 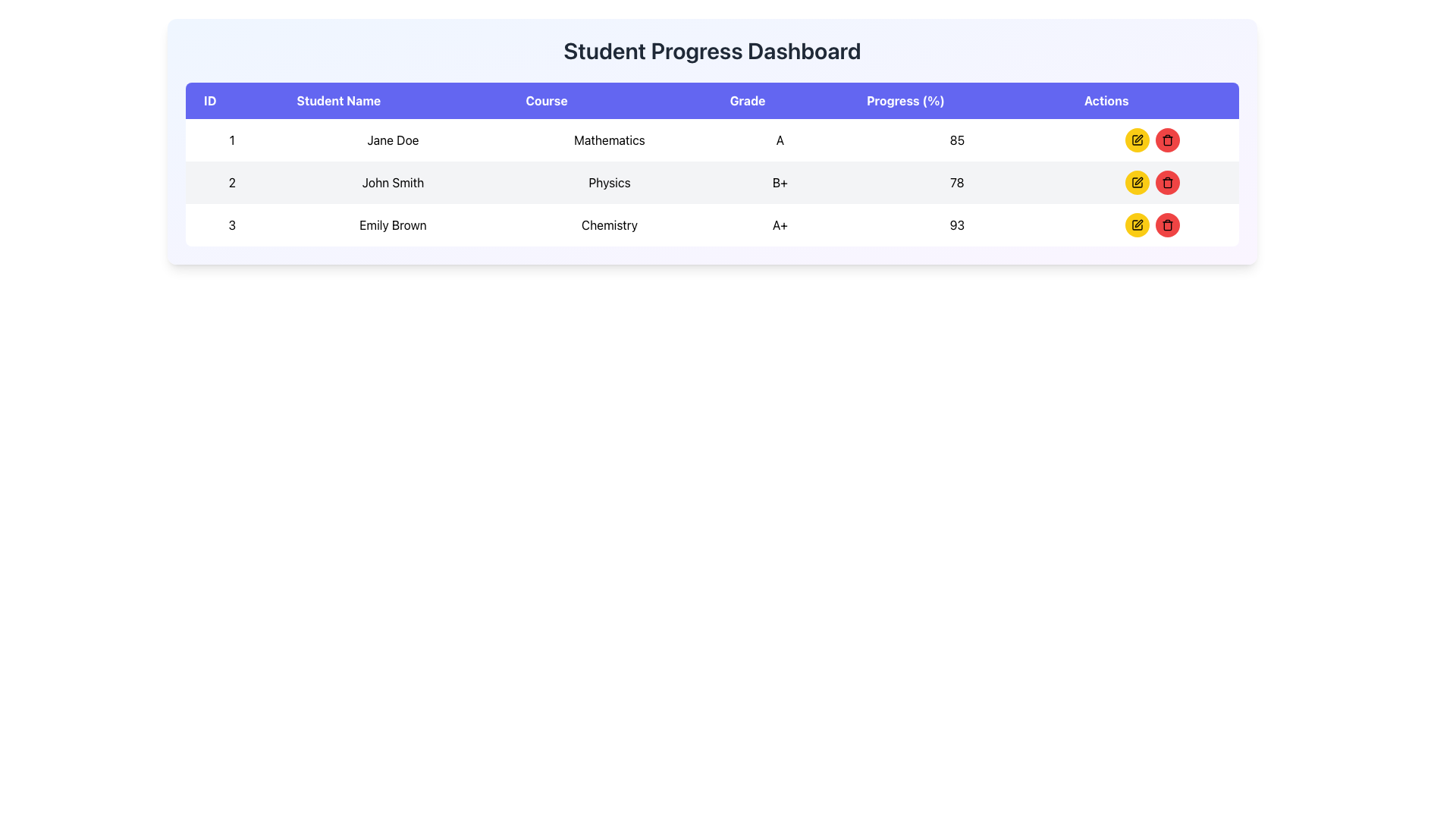 What do you see at coordinates (1166, 225) in the screenshot?
I see `the delete button located in the 'Actions' column of the third row of the data table` at bounding box center [1166, 225].